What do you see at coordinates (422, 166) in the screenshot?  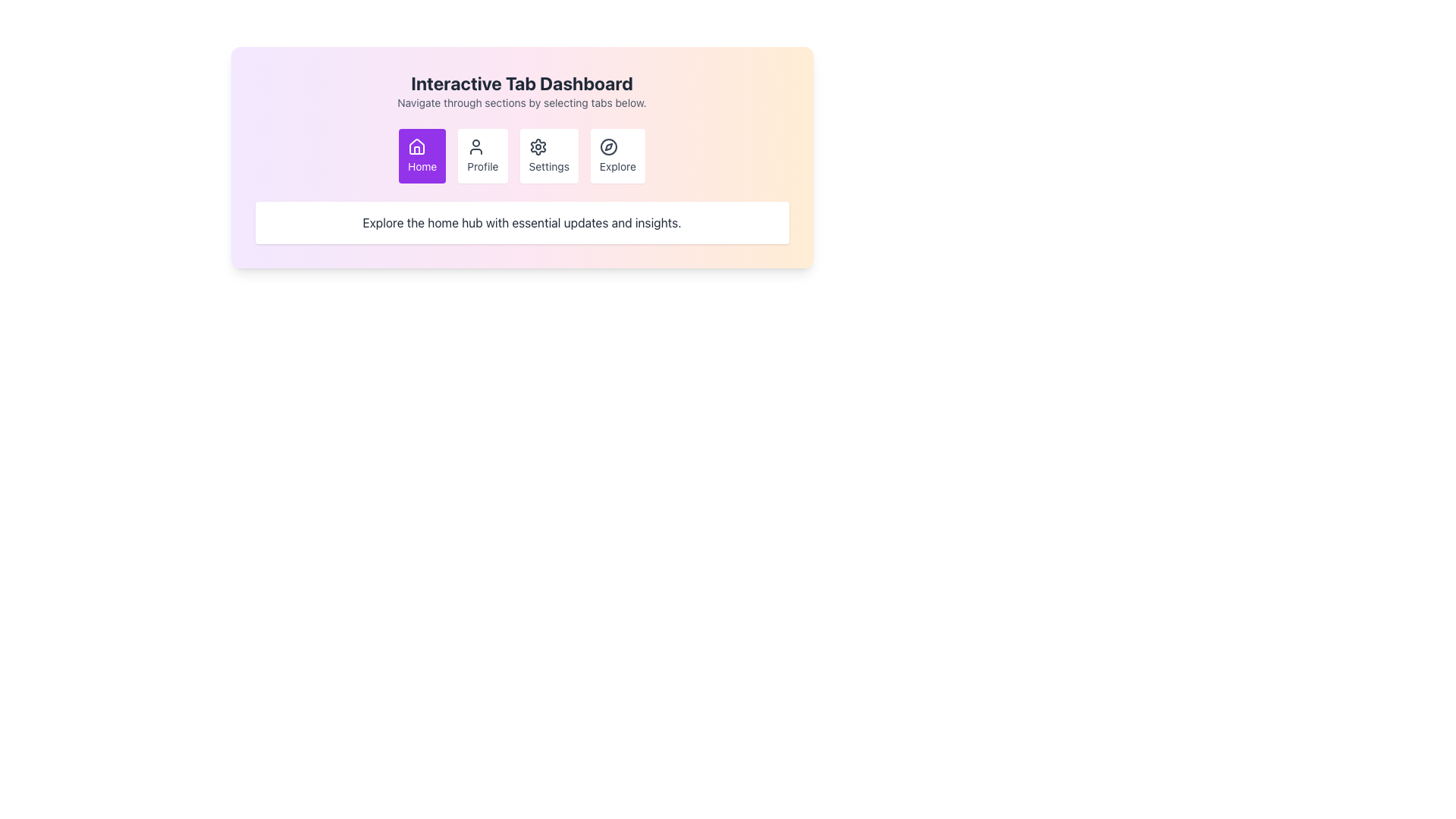 I see `the text label located beneath the house icon in the purple 'Home' button` at bounding box center [422, 166].